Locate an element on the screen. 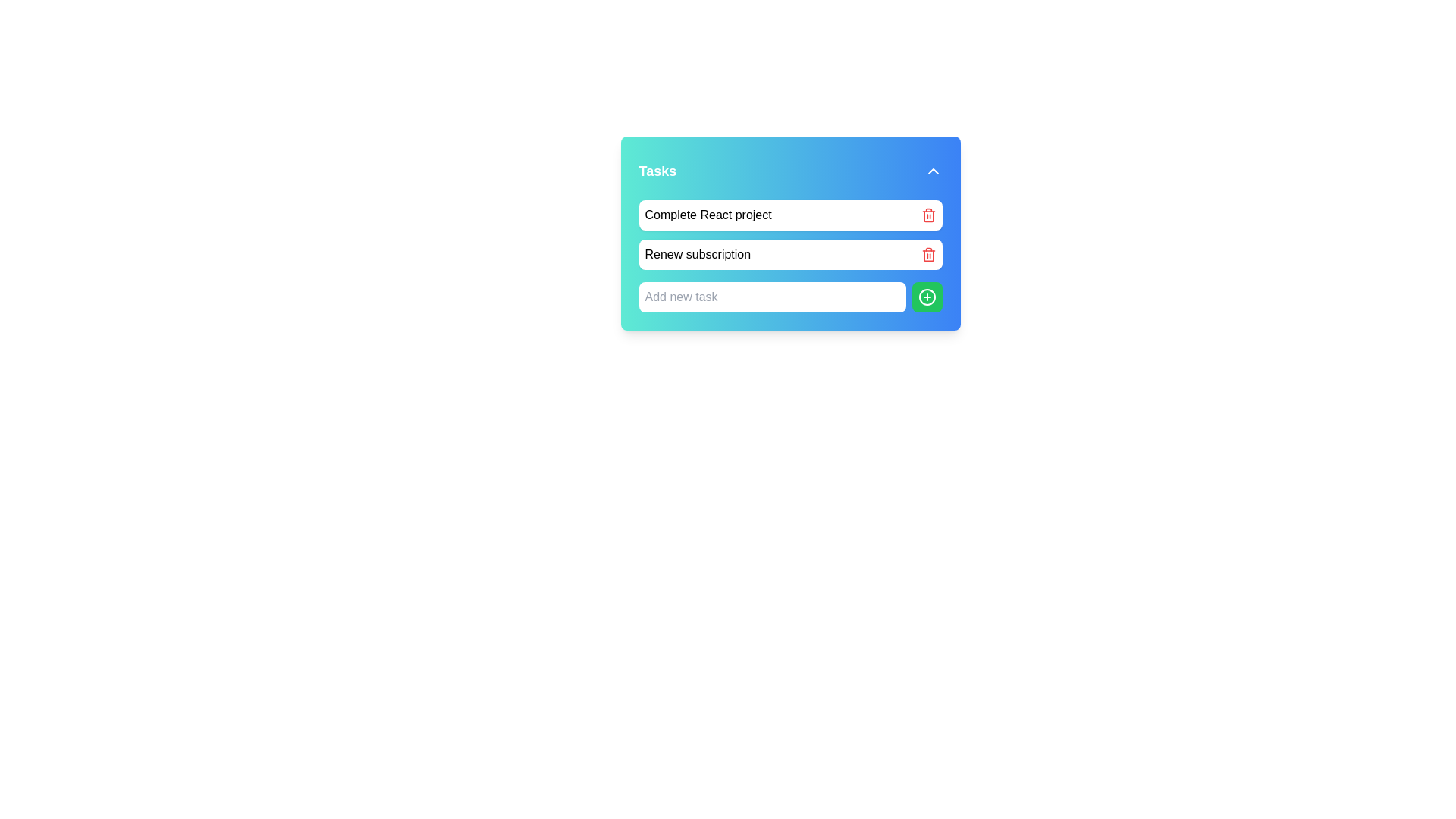 The image size is (1456, 819). the Trash bin outline icon located to the right of the input field labeled 'Complete React project', which indicates a delete action for the associated list item is located at coordinates (927, 216).